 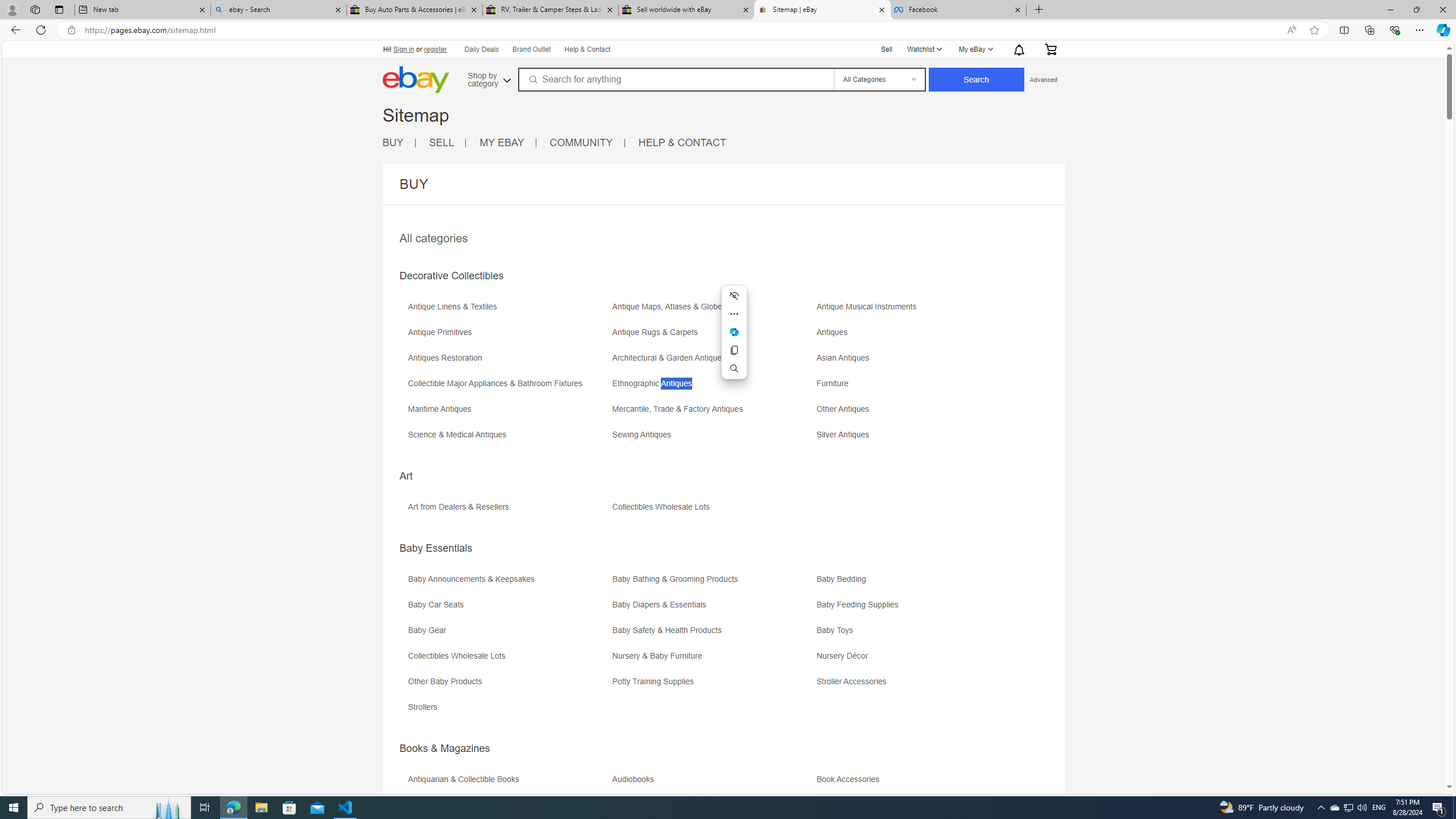 I want to click on 'Help & Contact', so click(x=588, y=49).